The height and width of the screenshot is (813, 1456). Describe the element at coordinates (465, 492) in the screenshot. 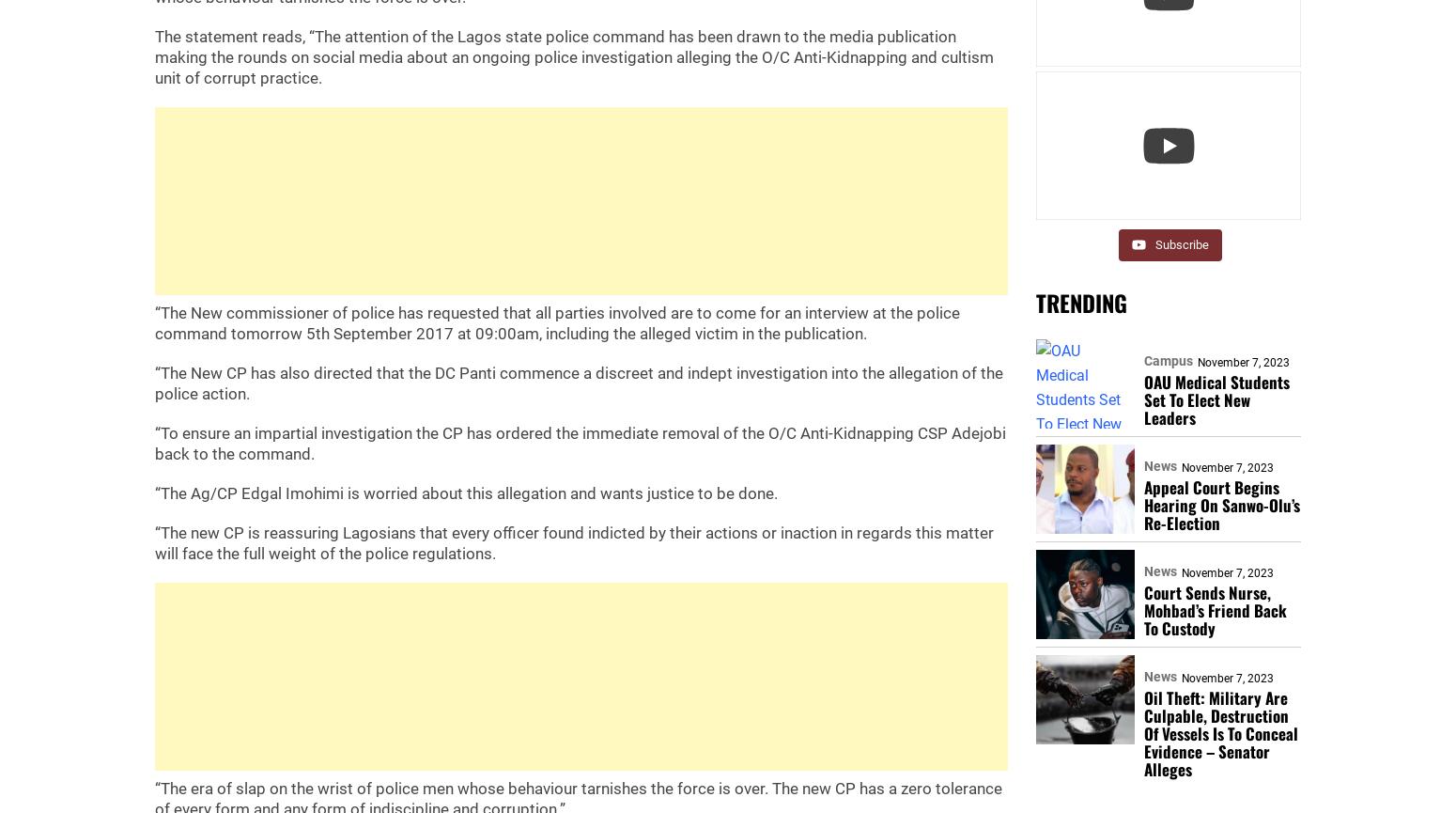

I see `'“The Ag/CP Edgal Imohimi is worried about this allegation and wants justice to be done.'` at that location.